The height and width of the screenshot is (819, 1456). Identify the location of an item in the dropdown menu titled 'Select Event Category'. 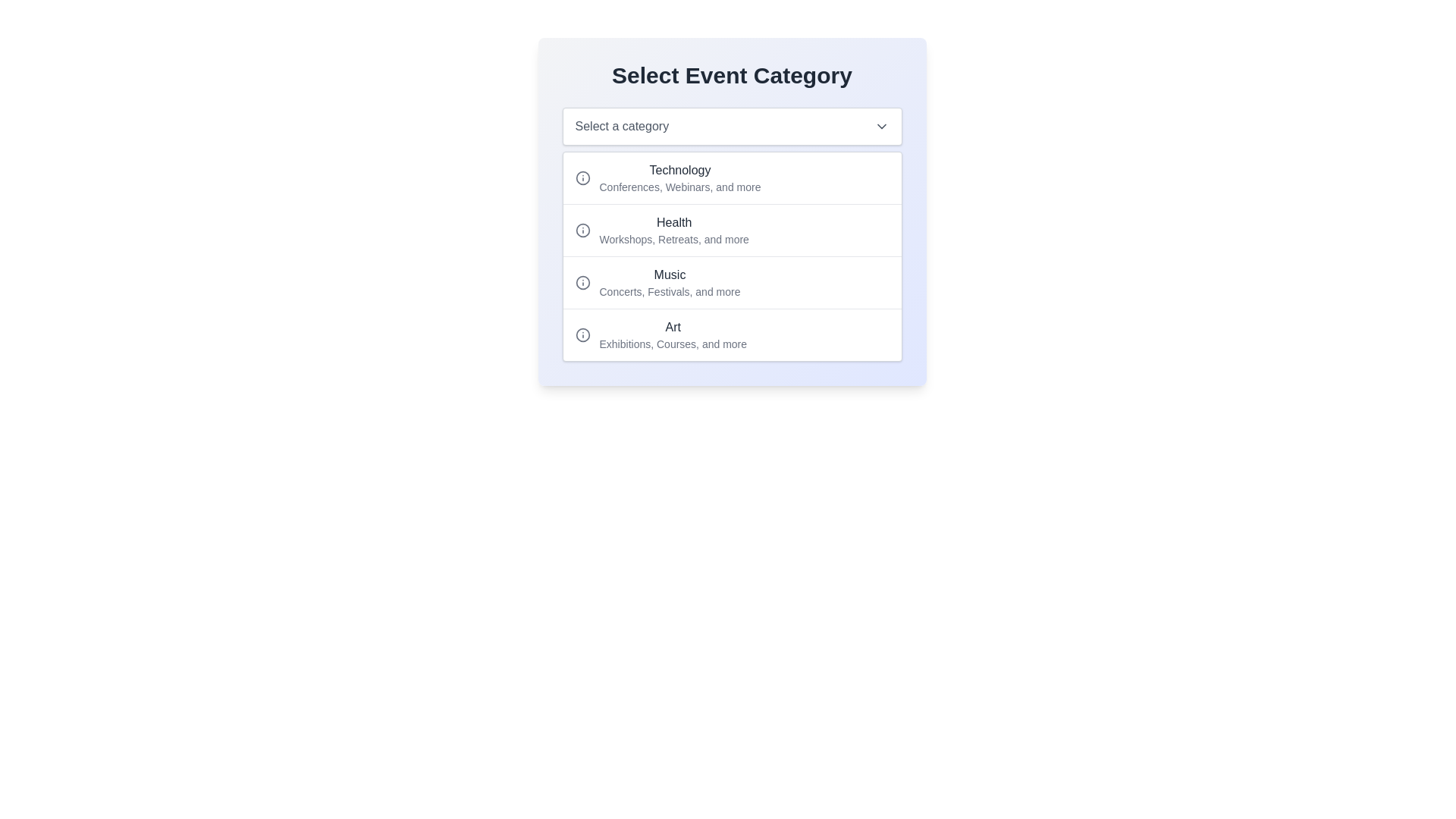
(732, 256).